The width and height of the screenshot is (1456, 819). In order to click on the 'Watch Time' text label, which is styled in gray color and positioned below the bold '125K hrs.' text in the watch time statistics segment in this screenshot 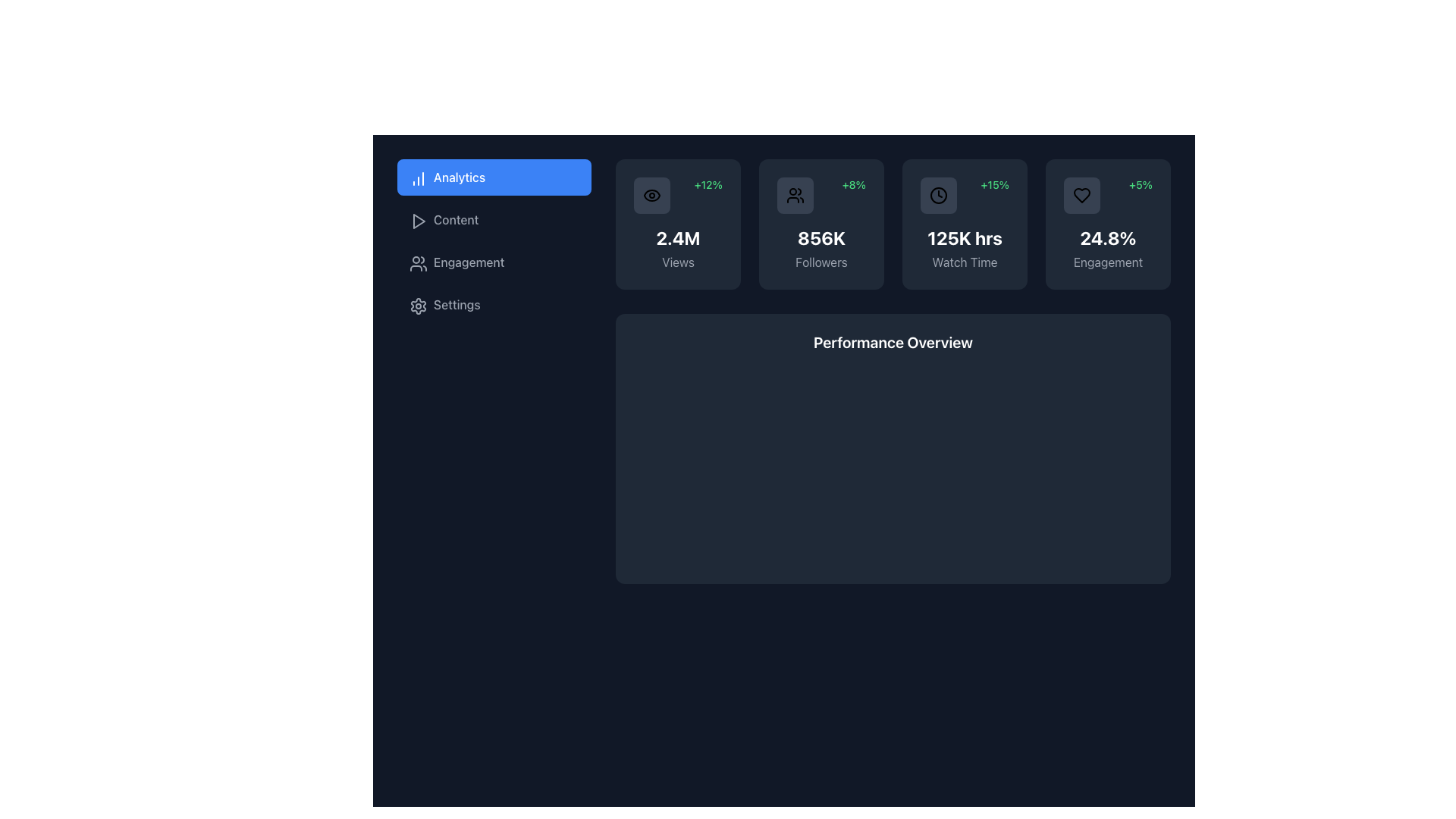, I will do `click(964, 262)`.